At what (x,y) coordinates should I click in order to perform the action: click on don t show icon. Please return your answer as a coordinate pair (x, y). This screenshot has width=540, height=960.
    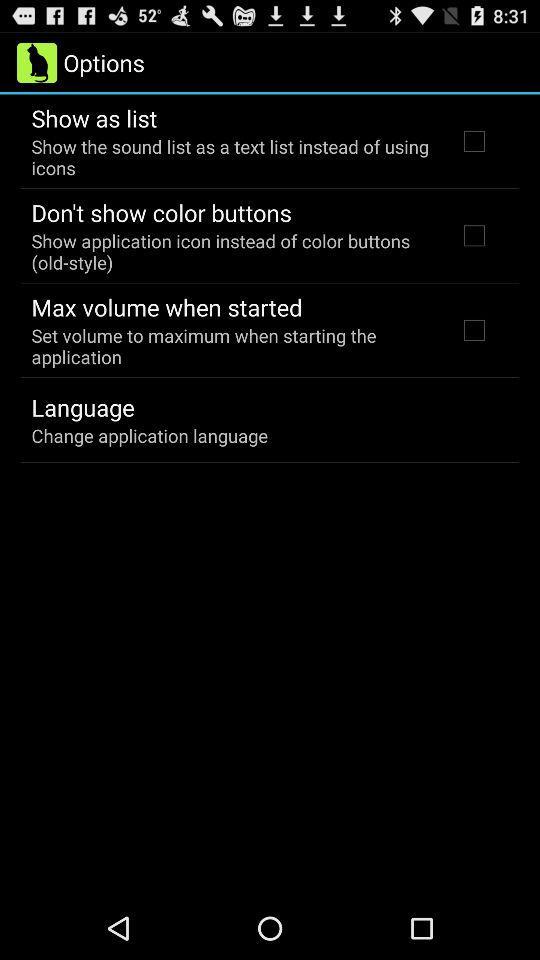
    Looking at the image, I should click on (160, 212).